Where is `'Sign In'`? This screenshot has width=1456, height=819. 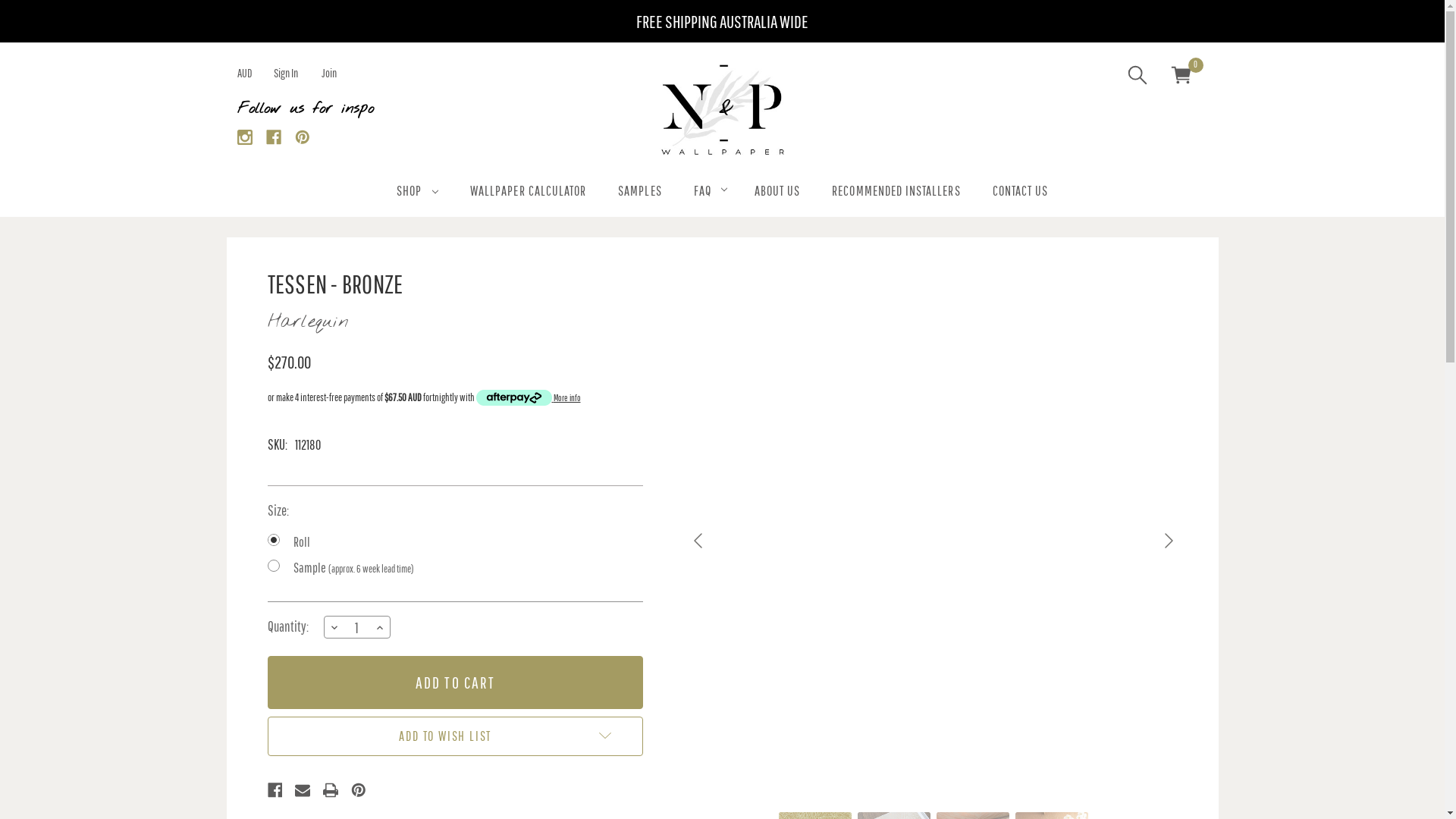 'Sign In' is located at coordinates (284, 73).